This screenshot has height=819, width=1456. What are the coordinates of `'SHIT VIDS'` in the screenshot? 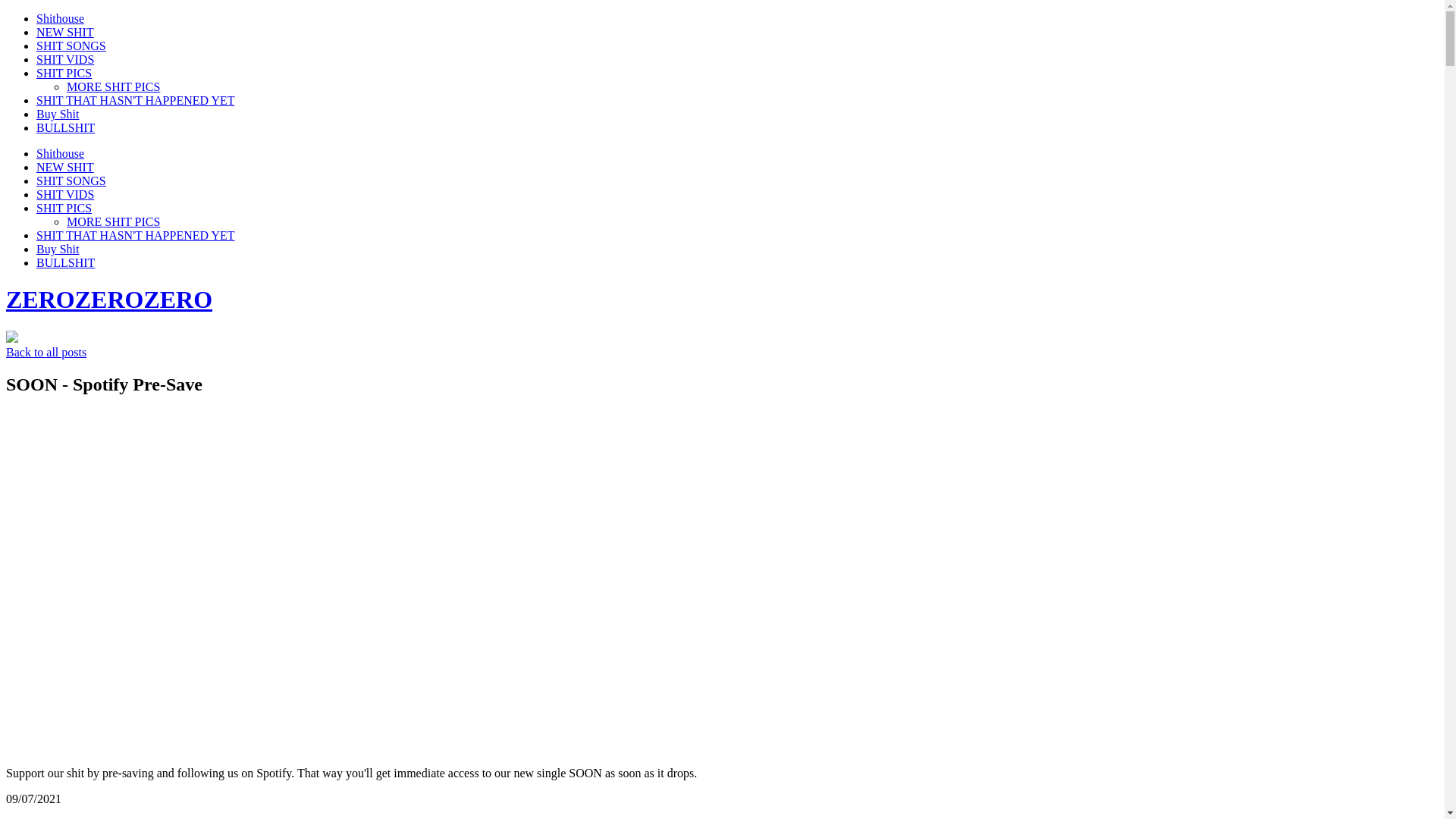 It's located at (64, 58).